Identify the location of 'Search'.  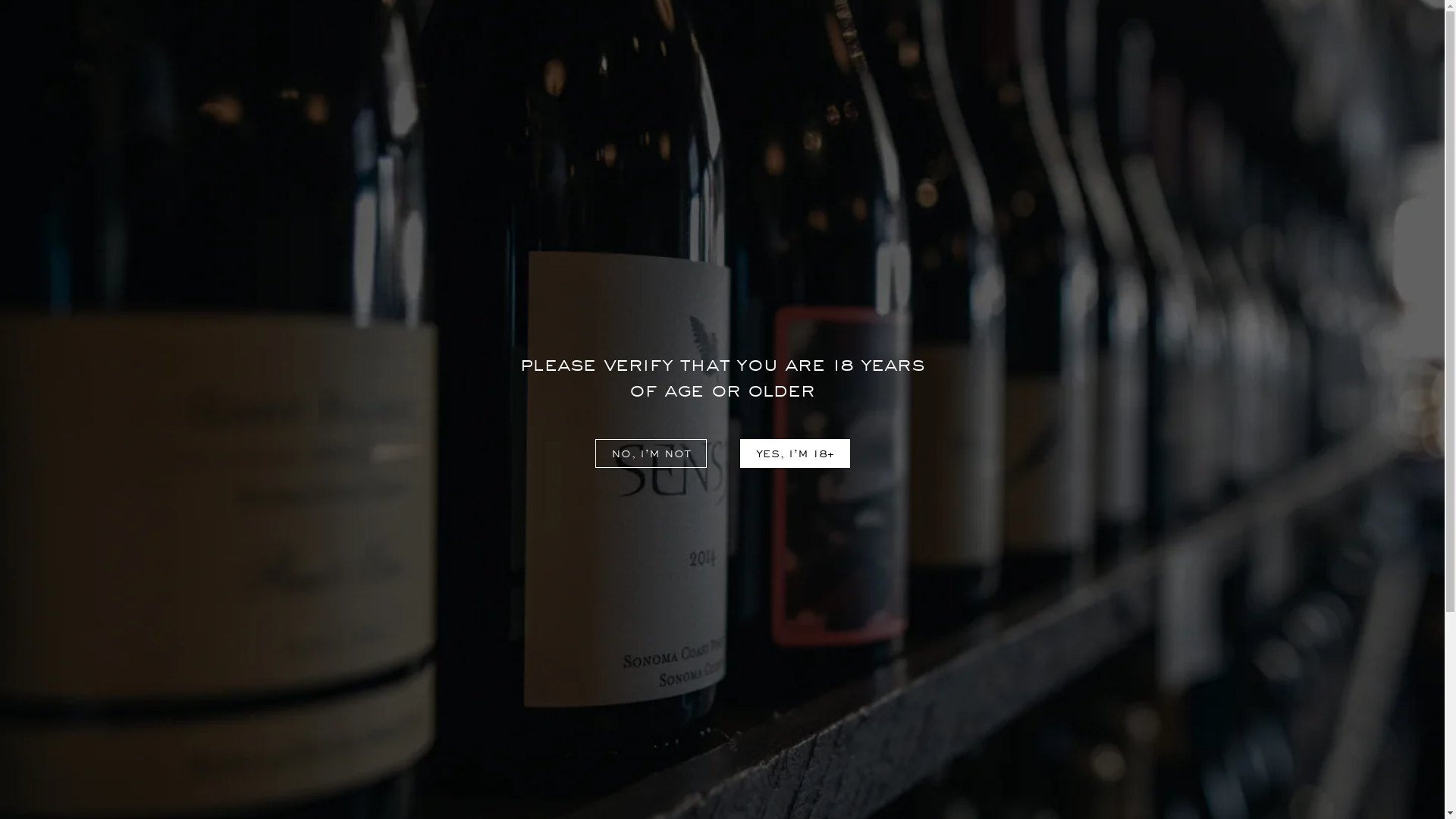
(1302, 48).